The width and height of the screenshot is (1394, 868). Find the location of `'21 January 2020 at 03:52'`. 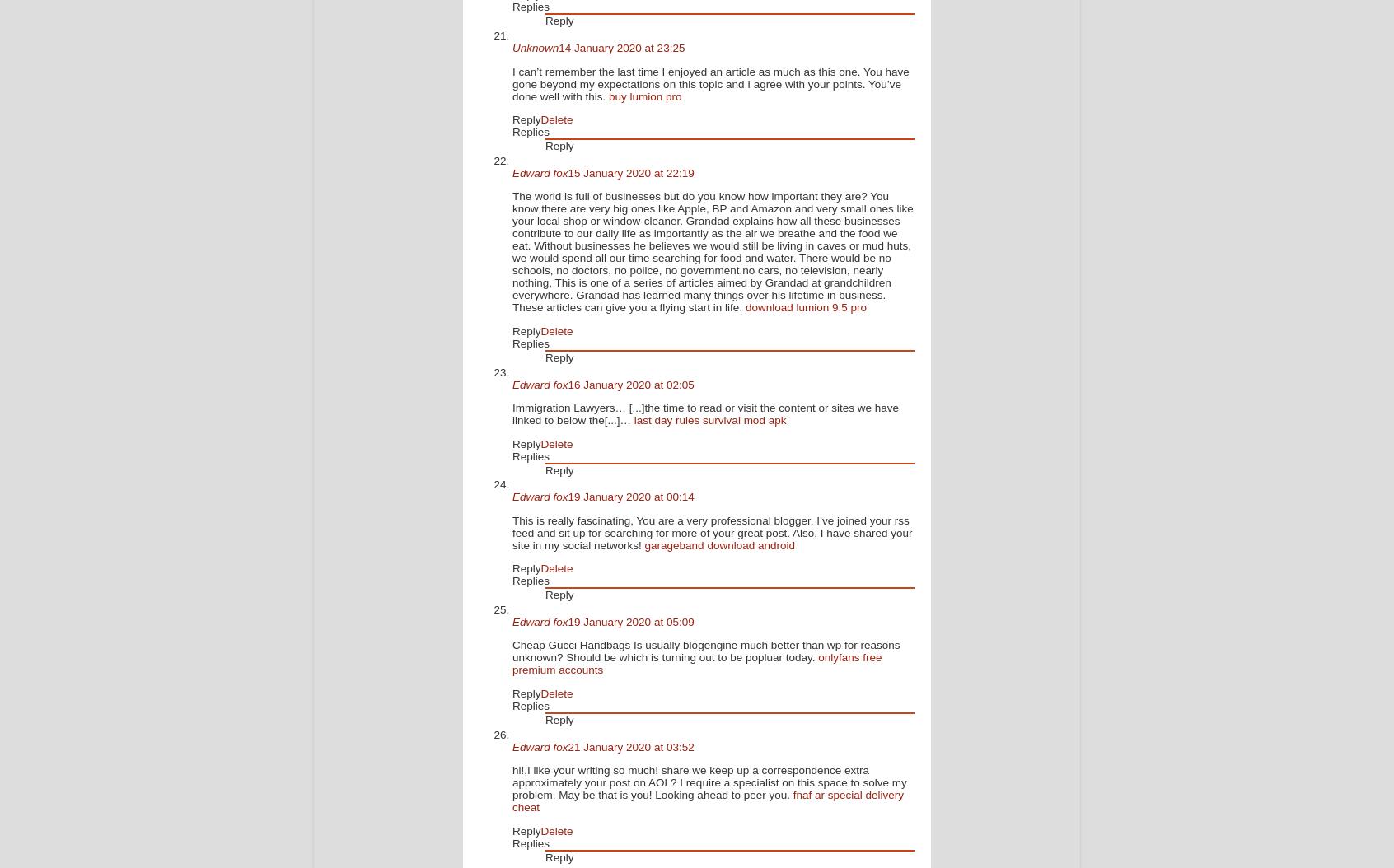

'21 January 2020 at 03:52' is located at coordinates (629, 745).